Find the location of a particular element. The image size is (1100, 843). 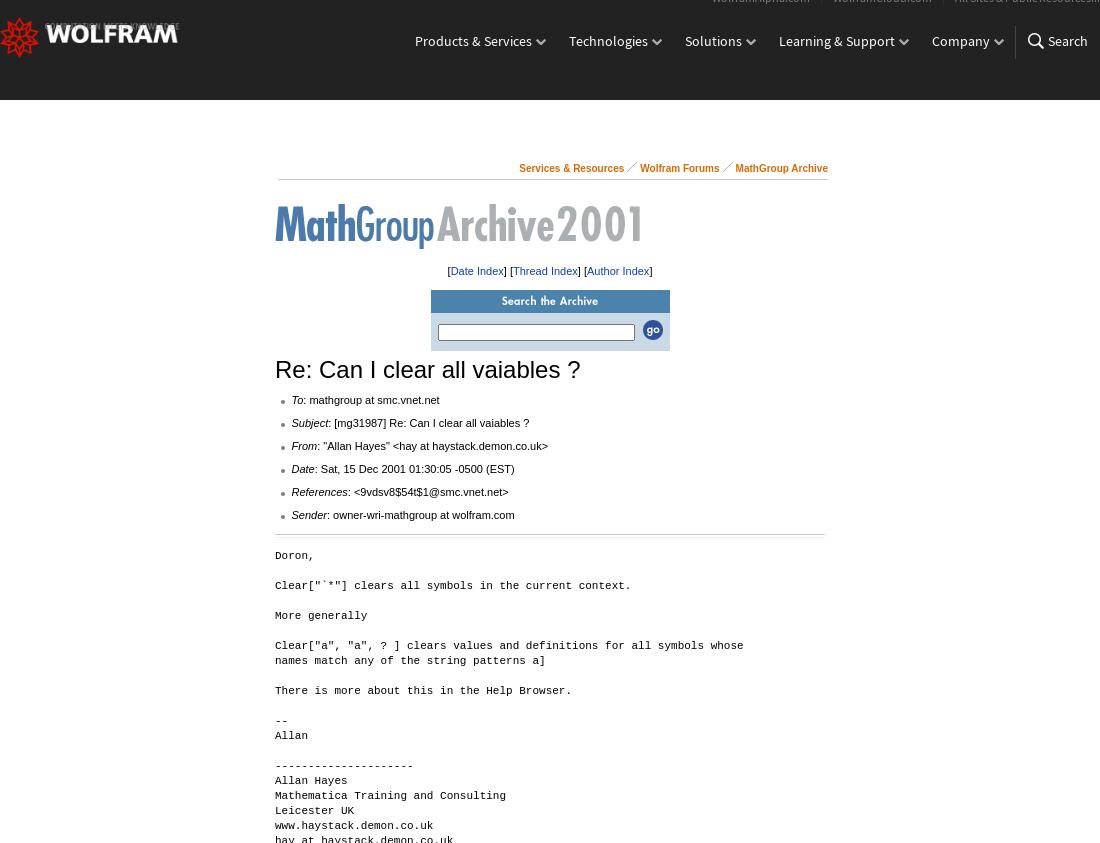

'[' is located at coordinates (447, 271).